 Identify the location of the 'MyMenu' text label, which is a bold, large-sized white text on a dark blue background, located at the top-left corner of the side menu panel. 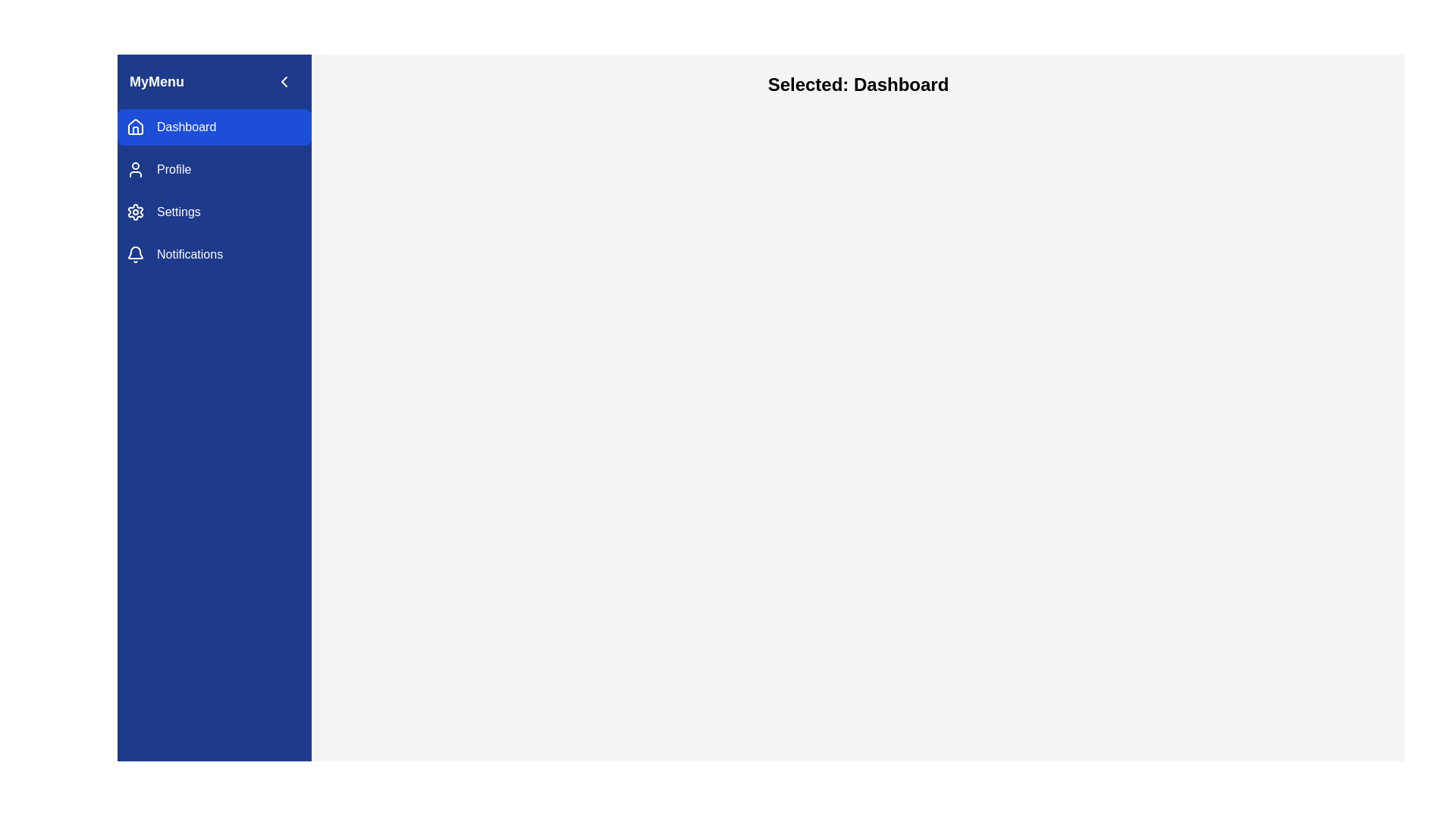
(156, 82).